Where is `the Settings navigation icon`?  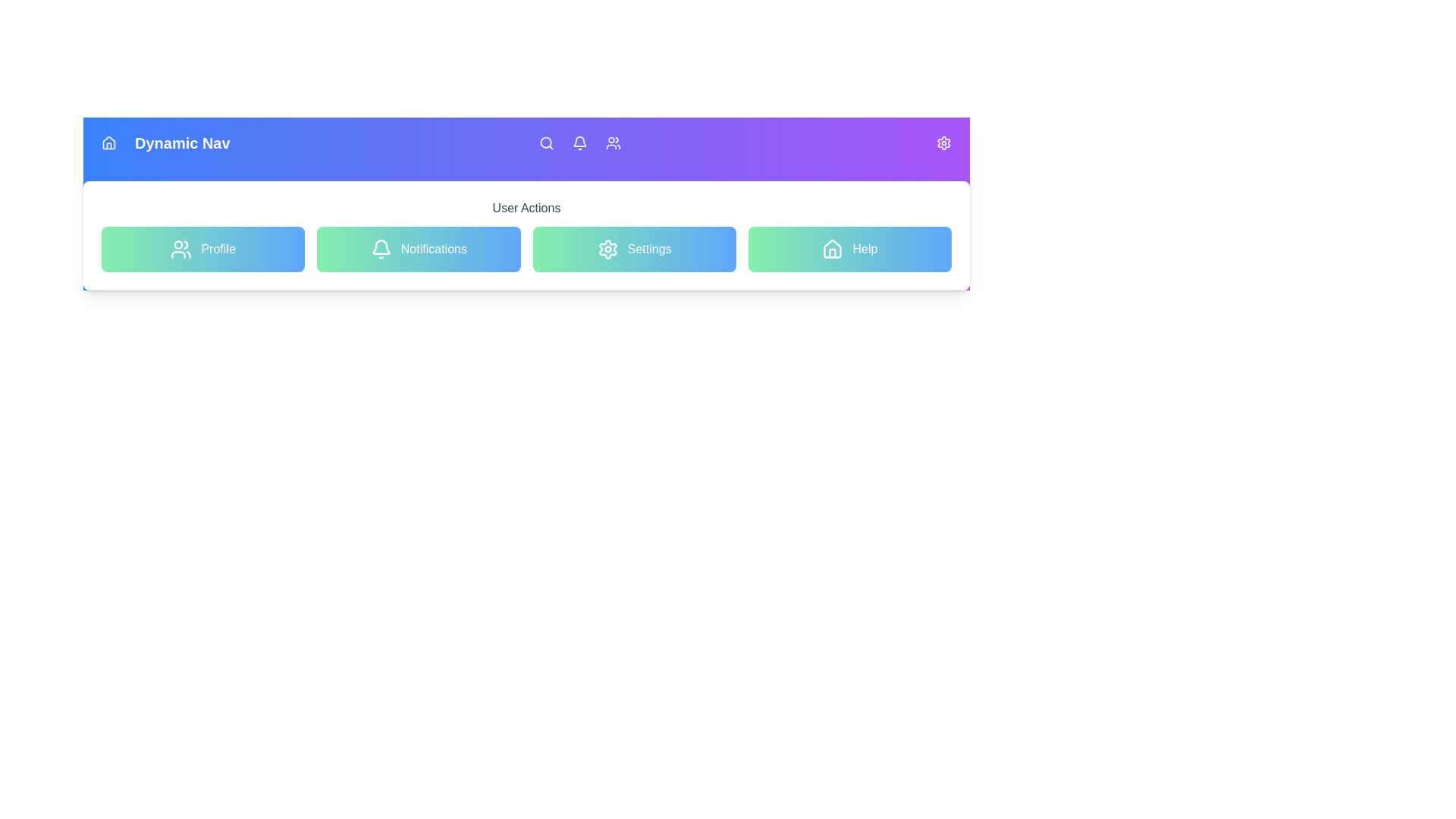
the Settings navigation icon is located at coordinates (943, 143).